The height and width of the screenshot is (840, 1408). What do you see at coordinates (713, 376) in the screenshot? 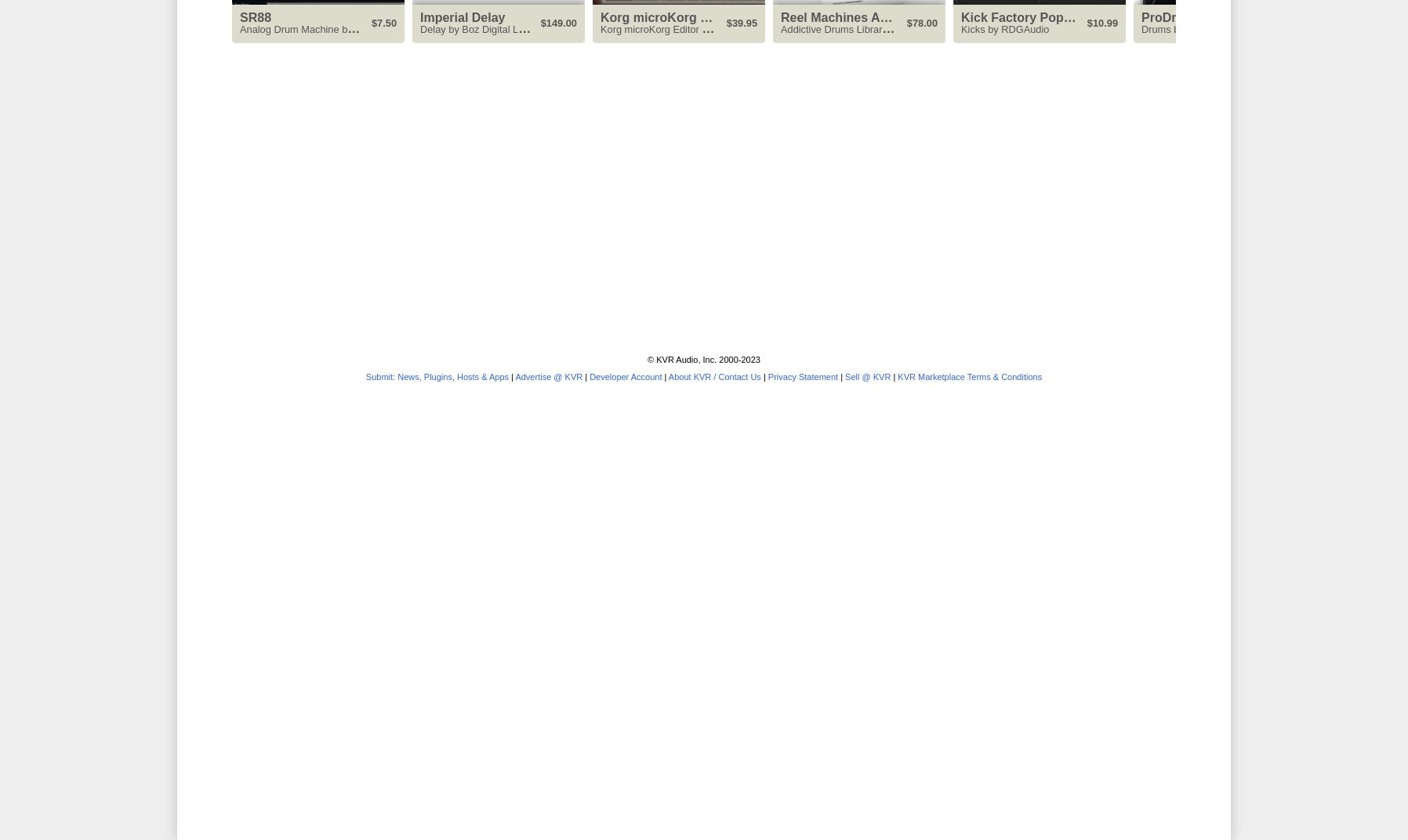
I see `'About KVR / Contact Us'` at bounding box center [713, 376].